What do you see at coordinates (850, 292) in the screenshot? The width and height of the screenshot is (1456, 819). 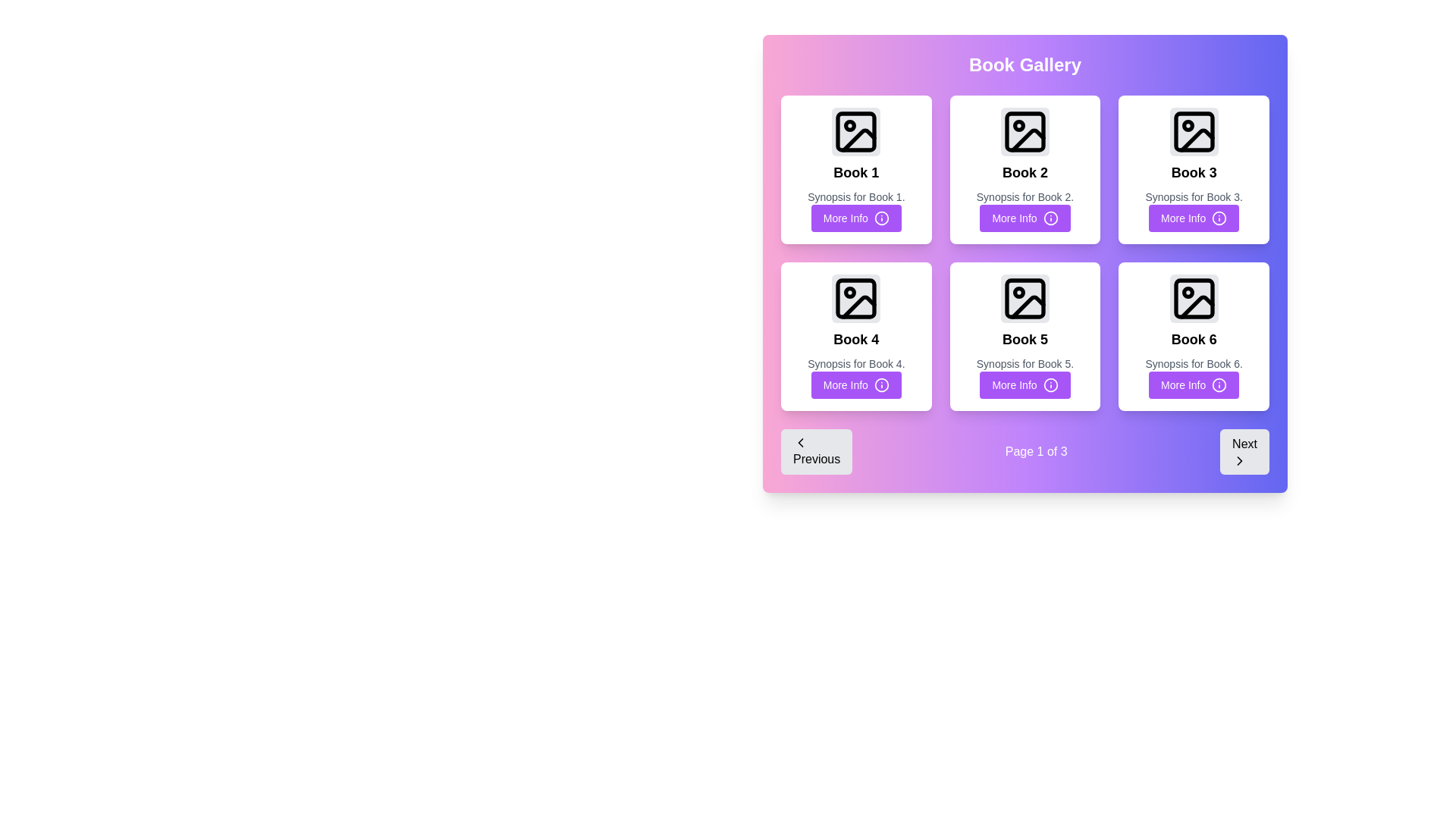 I see `the small circular icon that is part of the SVG image representing 'Book 4' in the second row and first column of the card grid` at bounding box center [850, 292].